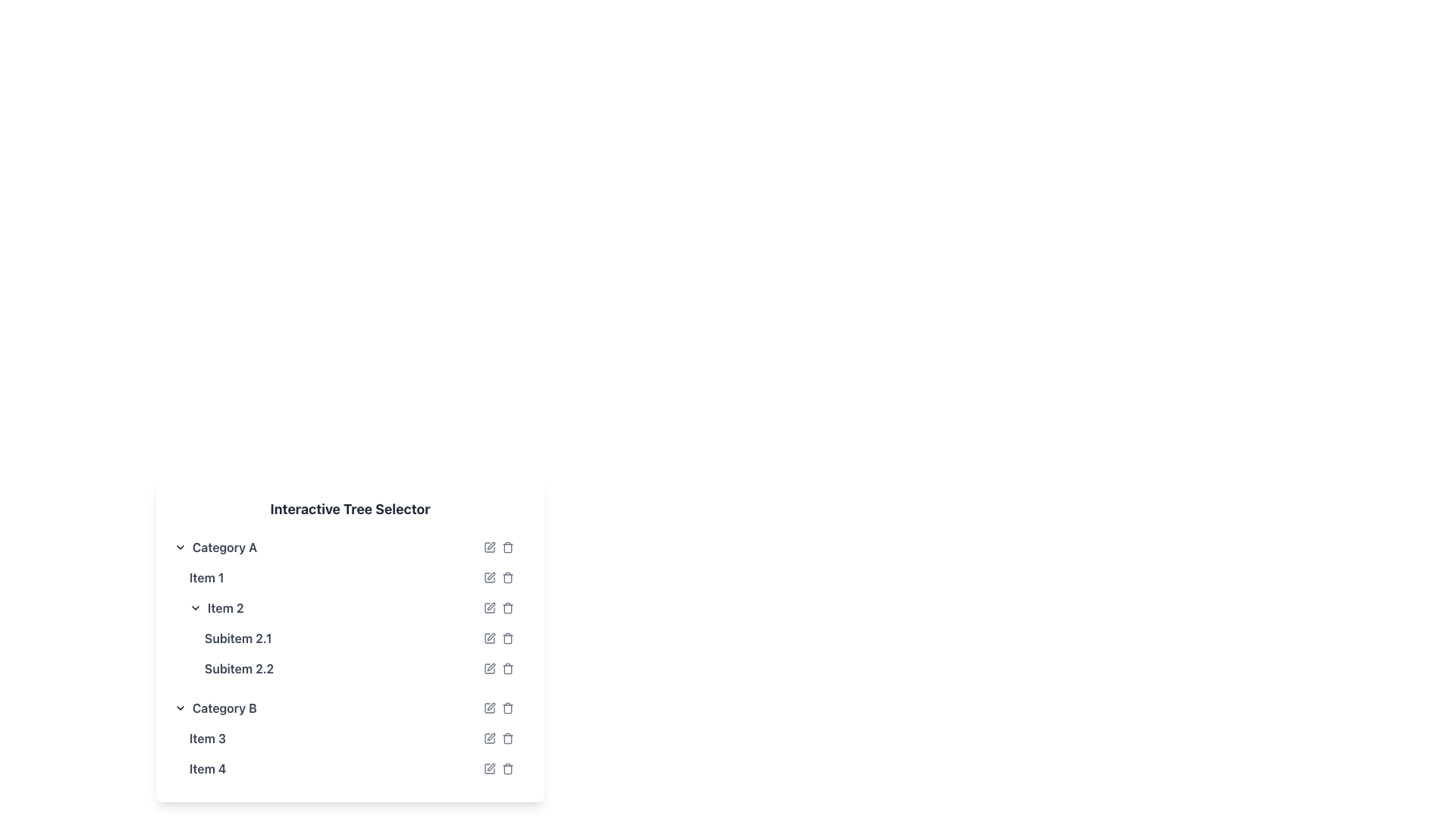 The height and width of the screenshot is (819, 1456). What do you see at coordinates (508, 769) in the screenshot?
I see `the trash icon located at the bottom right of the interactive tree list` at bounding box center [508, 769].